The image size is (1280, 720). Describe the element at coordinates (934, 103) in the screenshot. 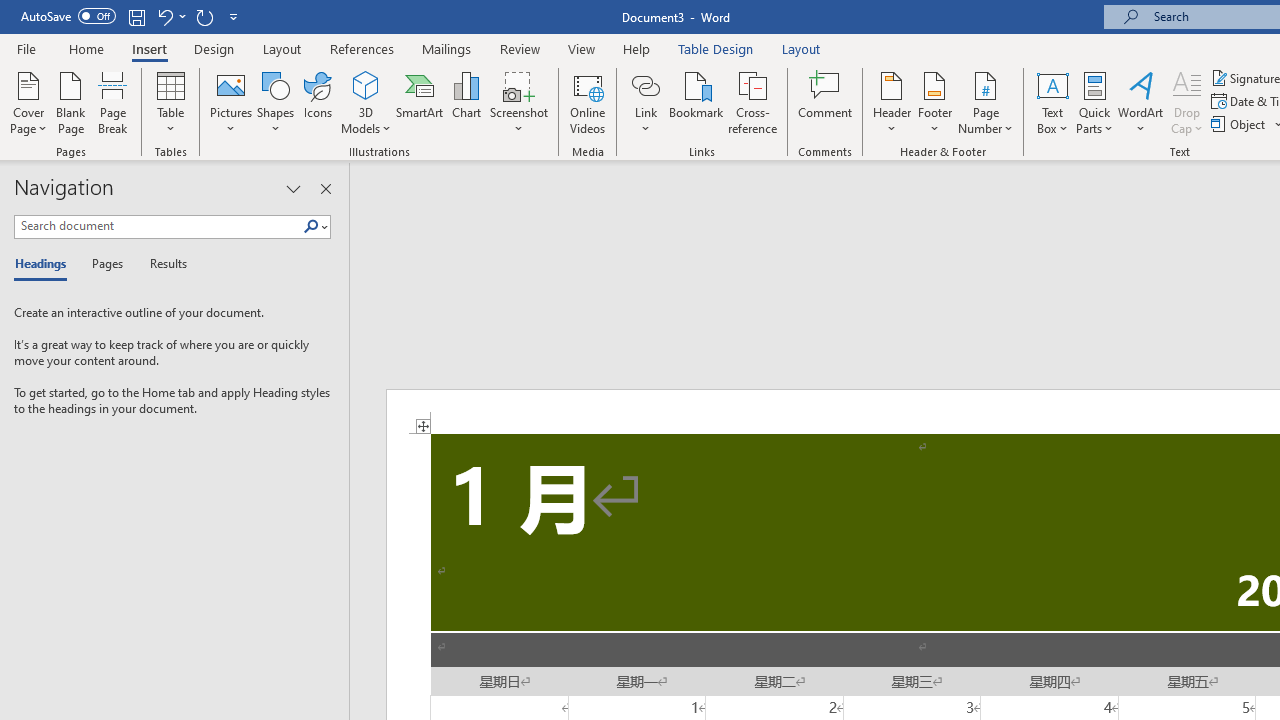

I see `'Footer'` at that location.